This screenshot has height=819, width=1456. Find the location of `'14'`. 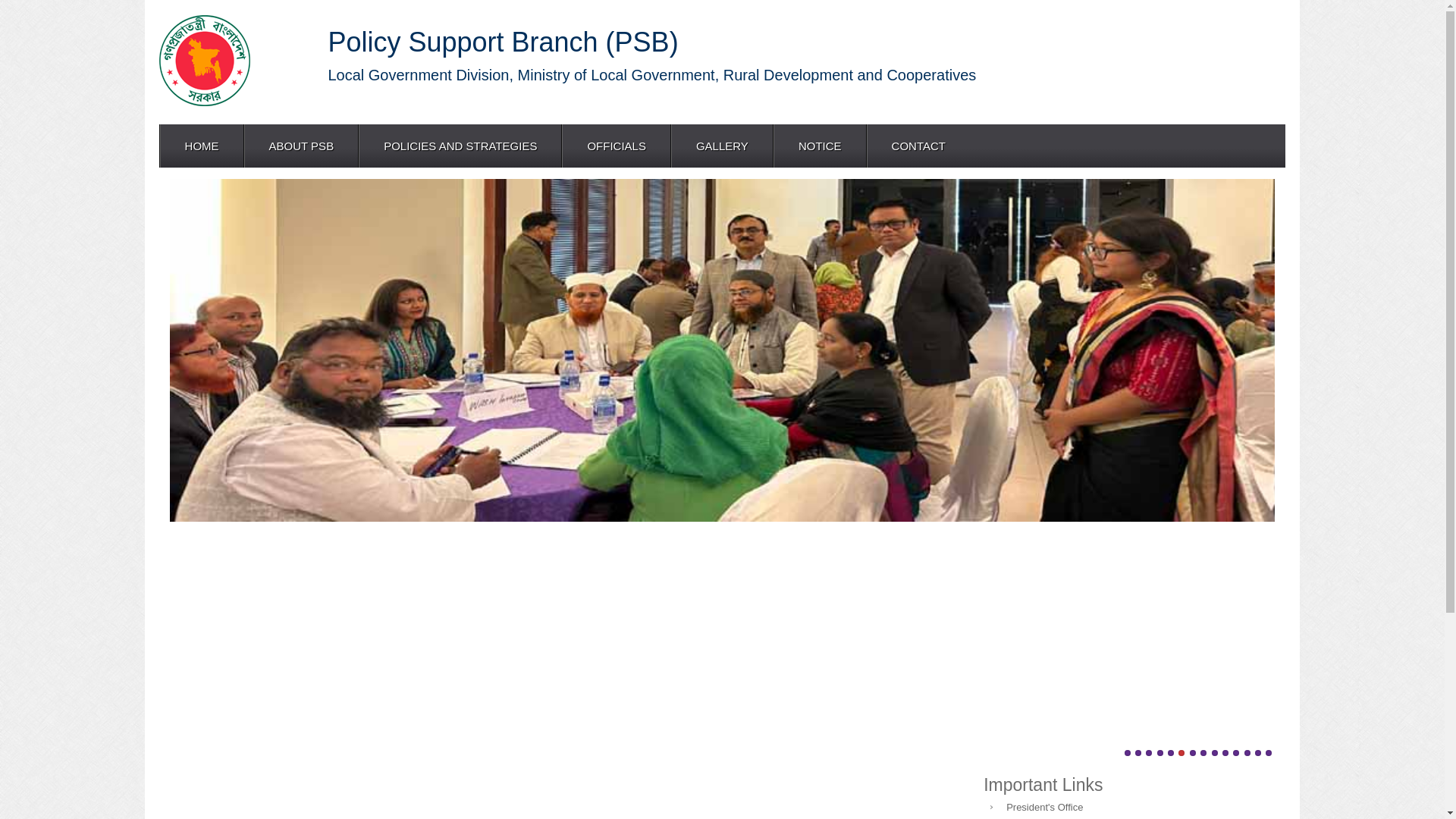

'14' is located at coordinates (1269, 752).